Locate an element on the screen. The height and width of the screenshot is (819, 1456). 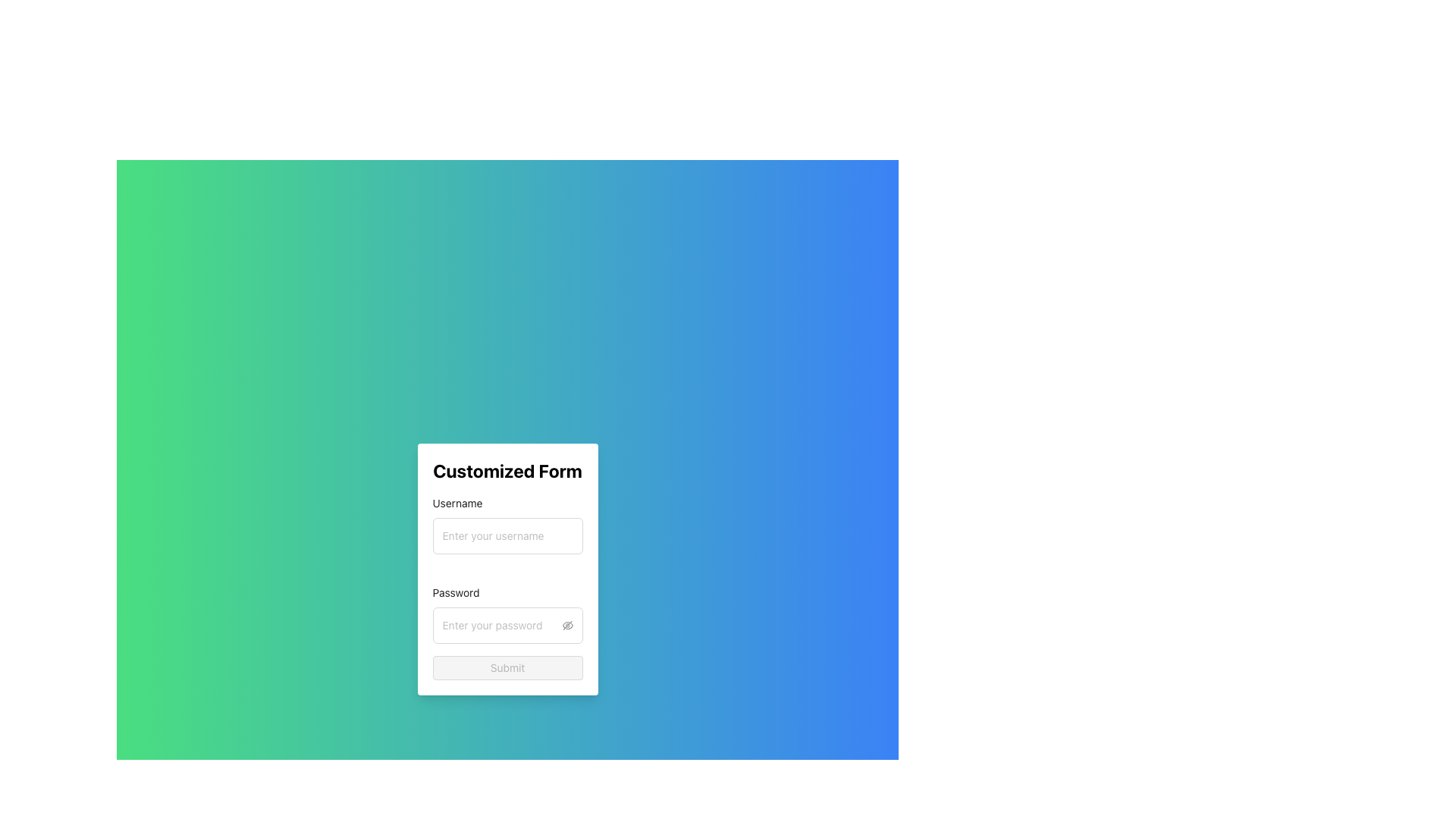
the password visibility toggle icon located on the right side of the password input field is located at coordinates (566, 625).